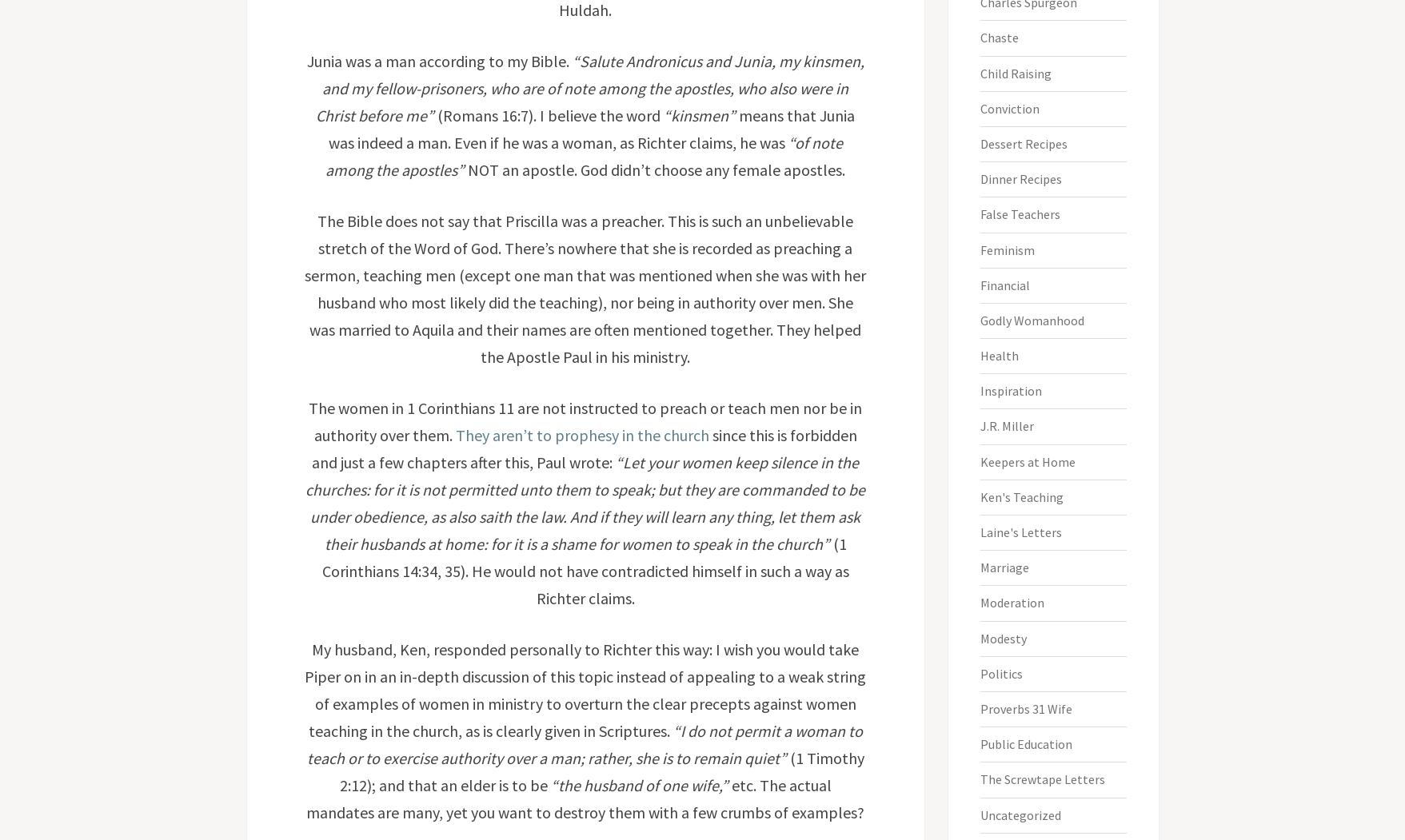 This screenshot has width=1405, height=840. What do you see at coordinates (584, 570) in the screenshot?
I see `'(1 Corinthians 14:34, 35). He would not have contradicted himself in such a way as Richter claims.'` at bounding box center [584, 570].